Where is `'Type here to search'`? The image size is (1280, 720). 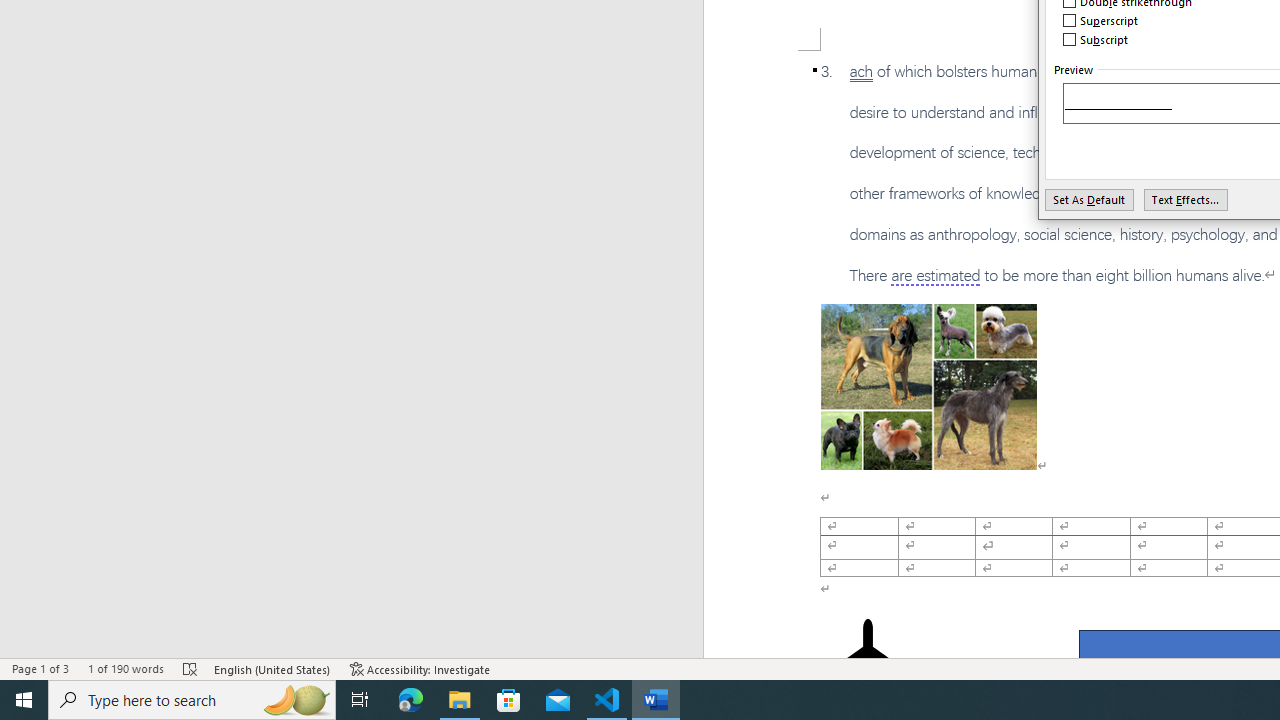 'Type here to search' is located at coordinates (192, 698).